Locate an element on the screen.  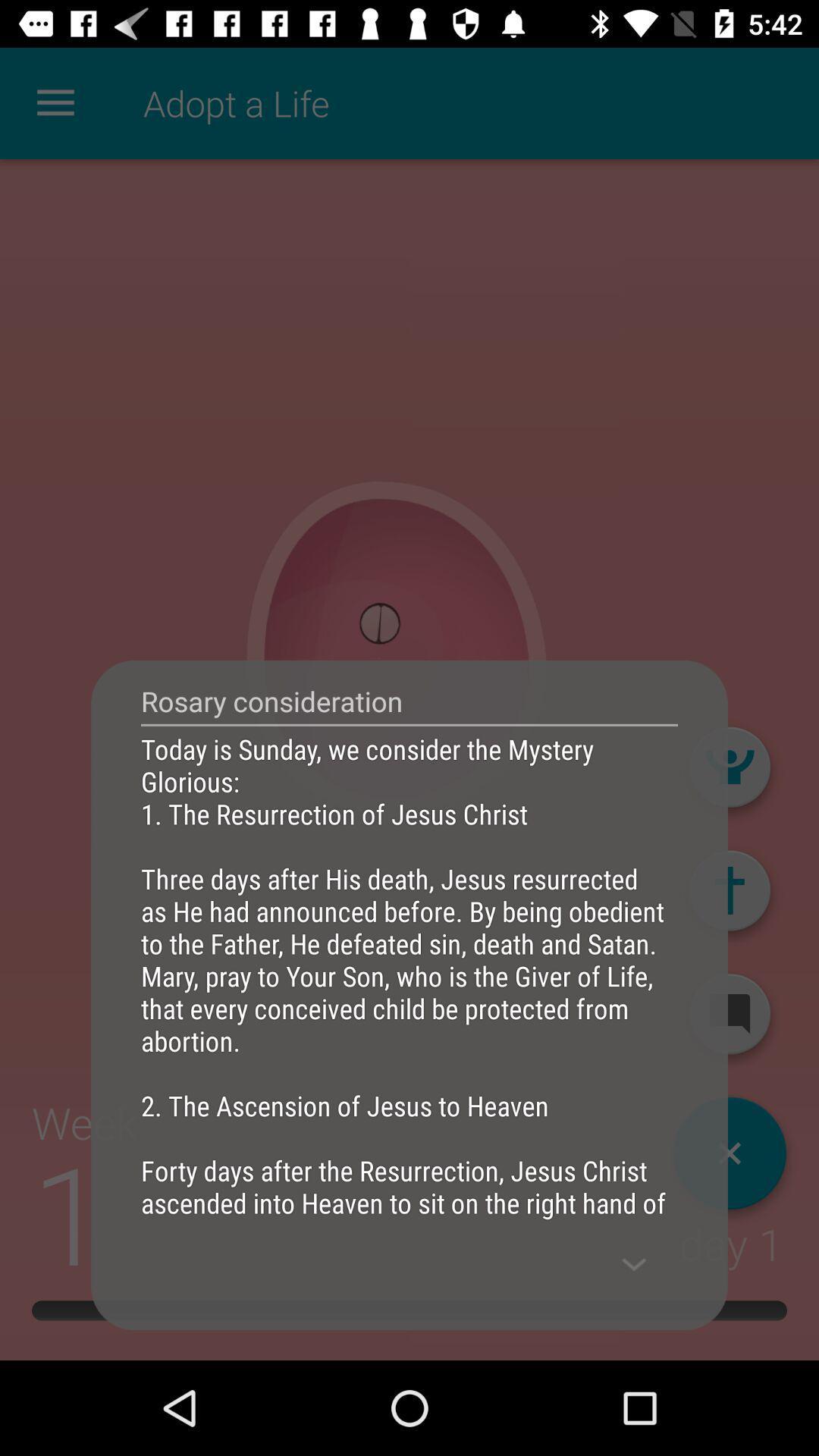
the item below today is sunday item is located at coordinates (634, 1264).